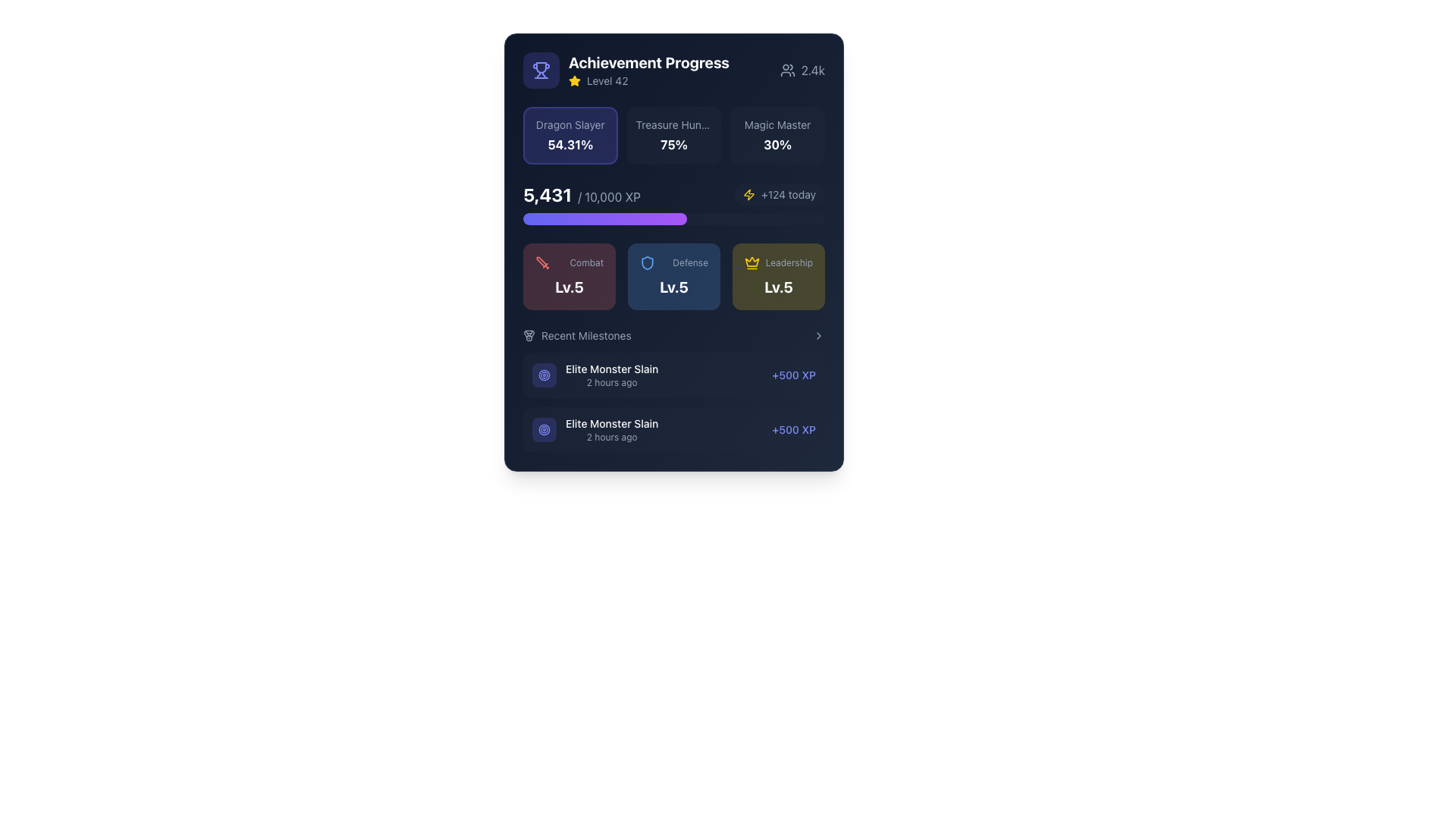 The width and height of the screenshot is (1456, 819). What do you see at coordinates (612, 424) in the screenshot?
I see `the text label indicating the accomplishment 'Elite Monster Slain' in the Recent Milestones section of the interface` at bounding box center [612, 424].